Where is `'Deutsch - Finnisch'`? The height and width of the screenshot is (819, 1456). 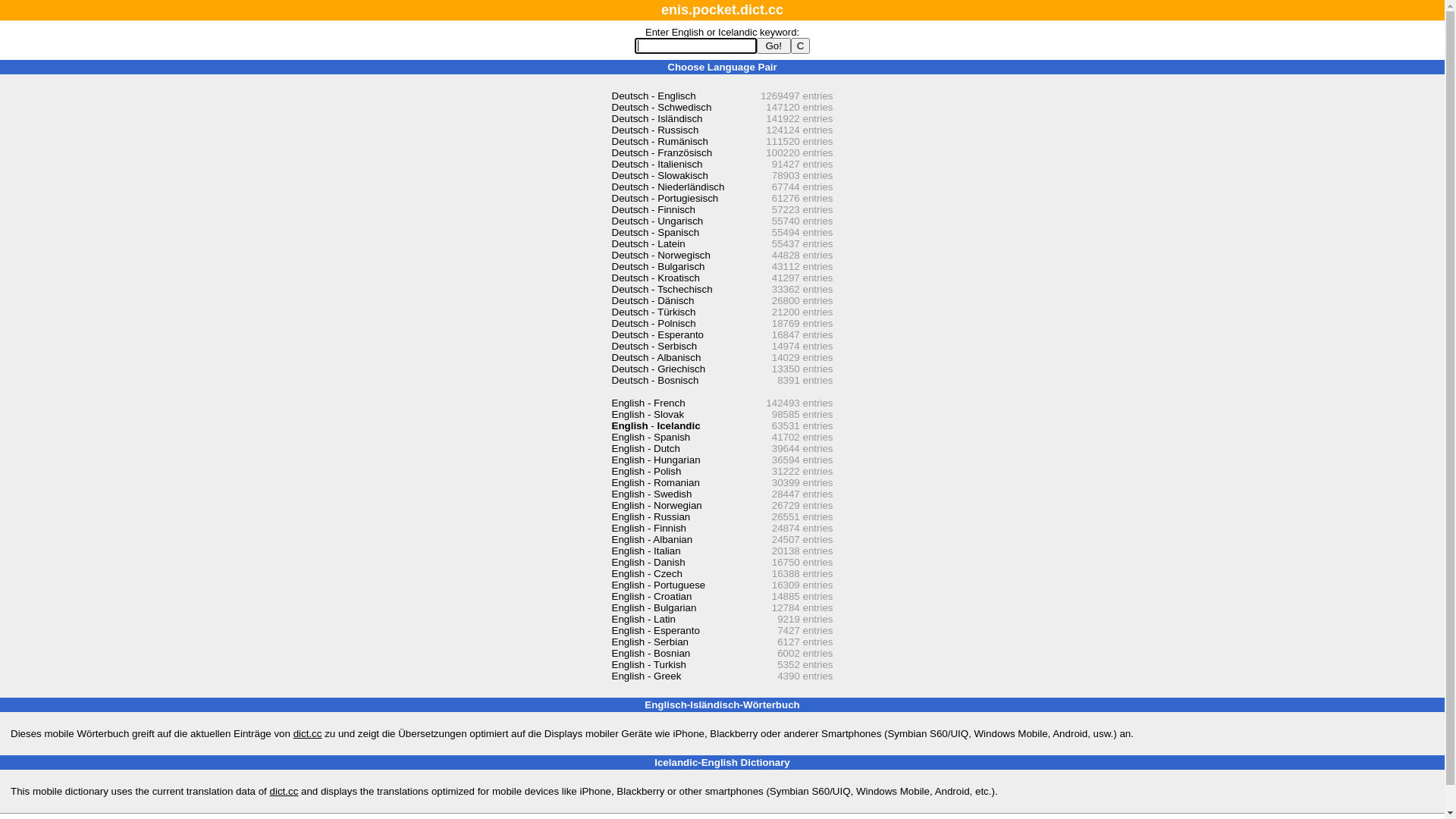
'Deutsch - Finnisch' is located at coordinates (652, 209).